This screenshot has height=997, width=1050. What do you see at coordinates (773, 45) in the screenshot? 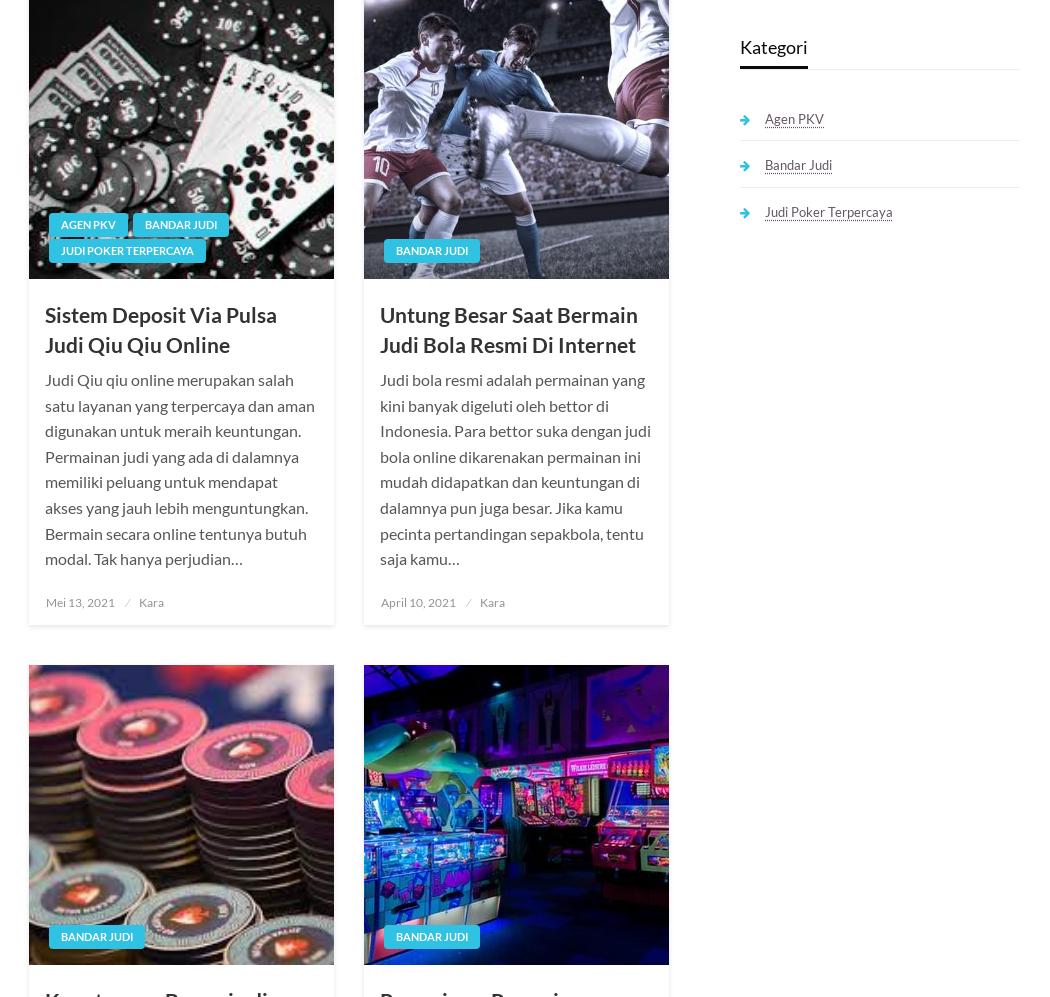
I see `'Kategori'` at bounding box center [773, 45].